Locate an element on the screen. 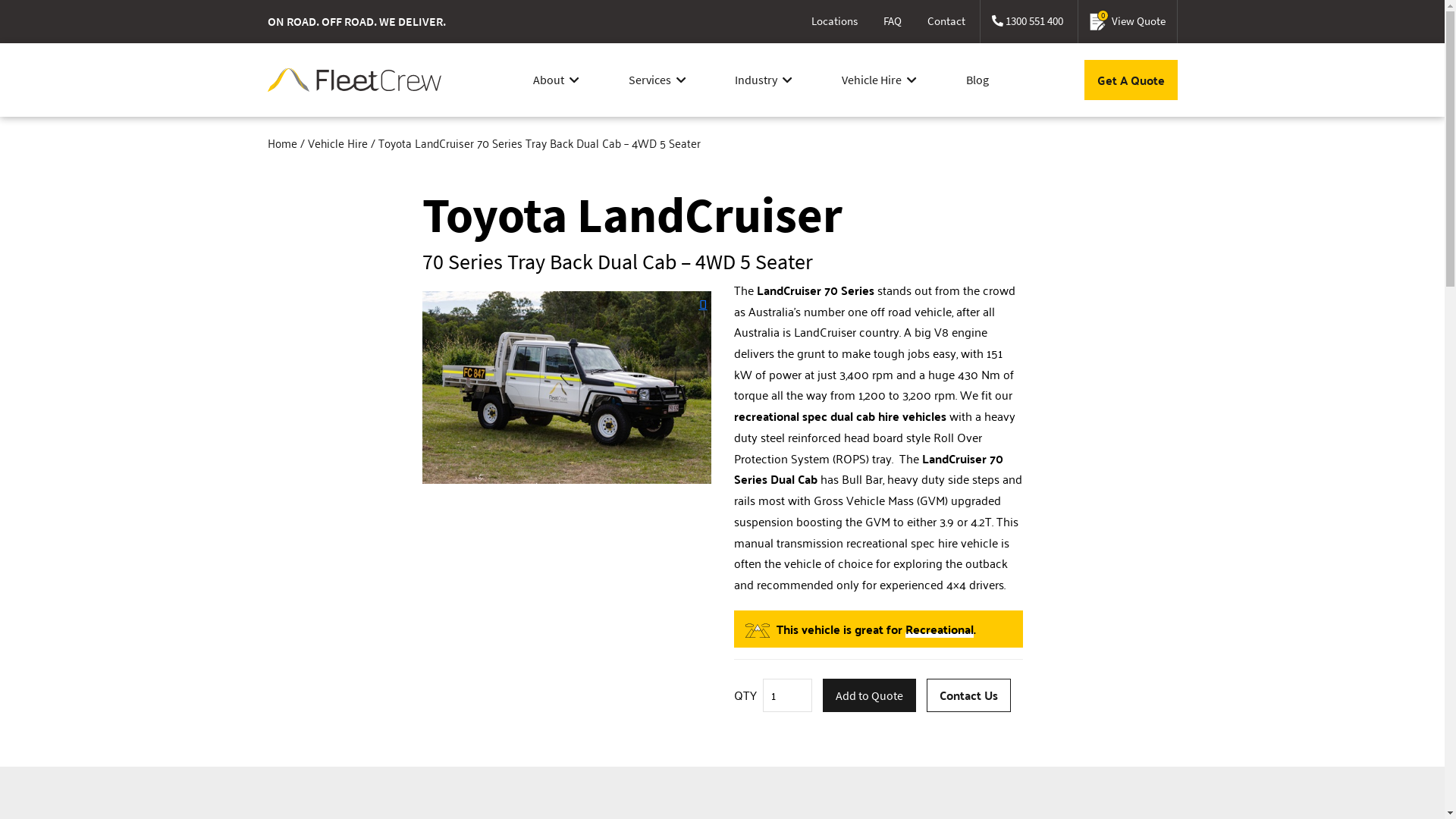 The height and width of the screenshot is (819, 1456). 'Qty' is located at coordinates (787, 695).